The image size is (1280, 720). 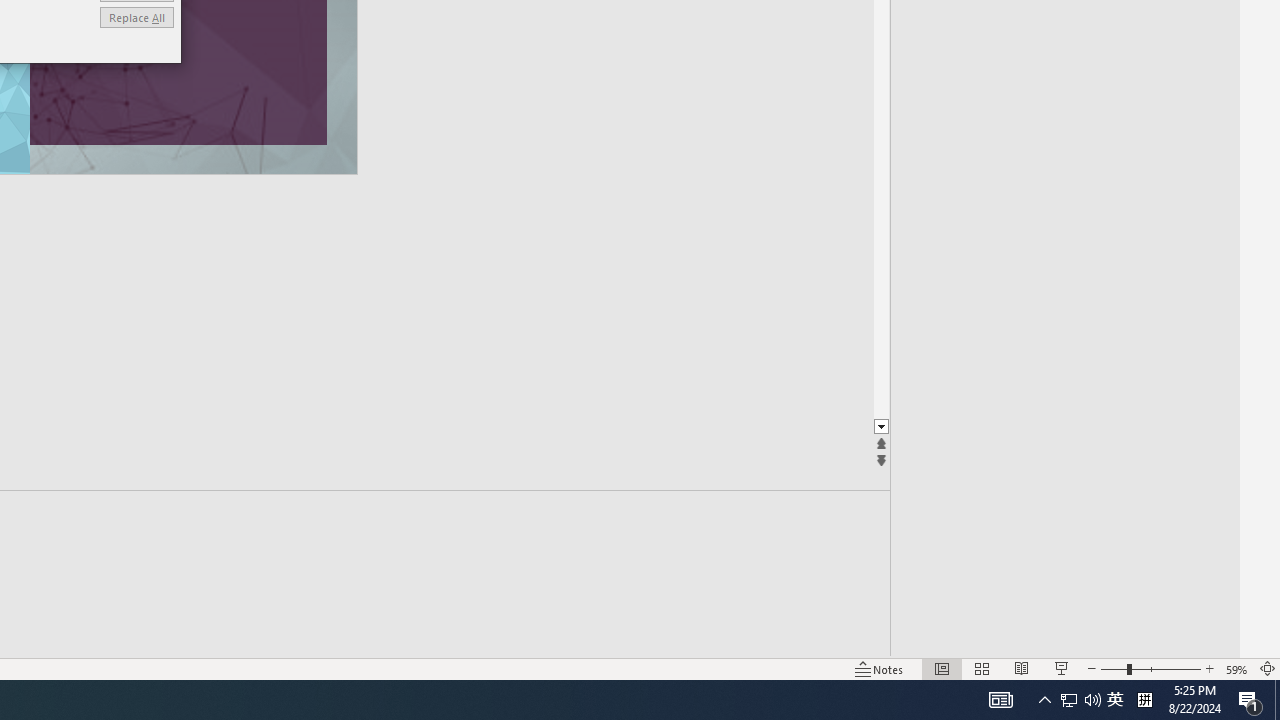 What do you see at coordinates (1092, 698) in the screenshot?
I see `'Q2790: 100%'` at bounding box center [1092, 698].